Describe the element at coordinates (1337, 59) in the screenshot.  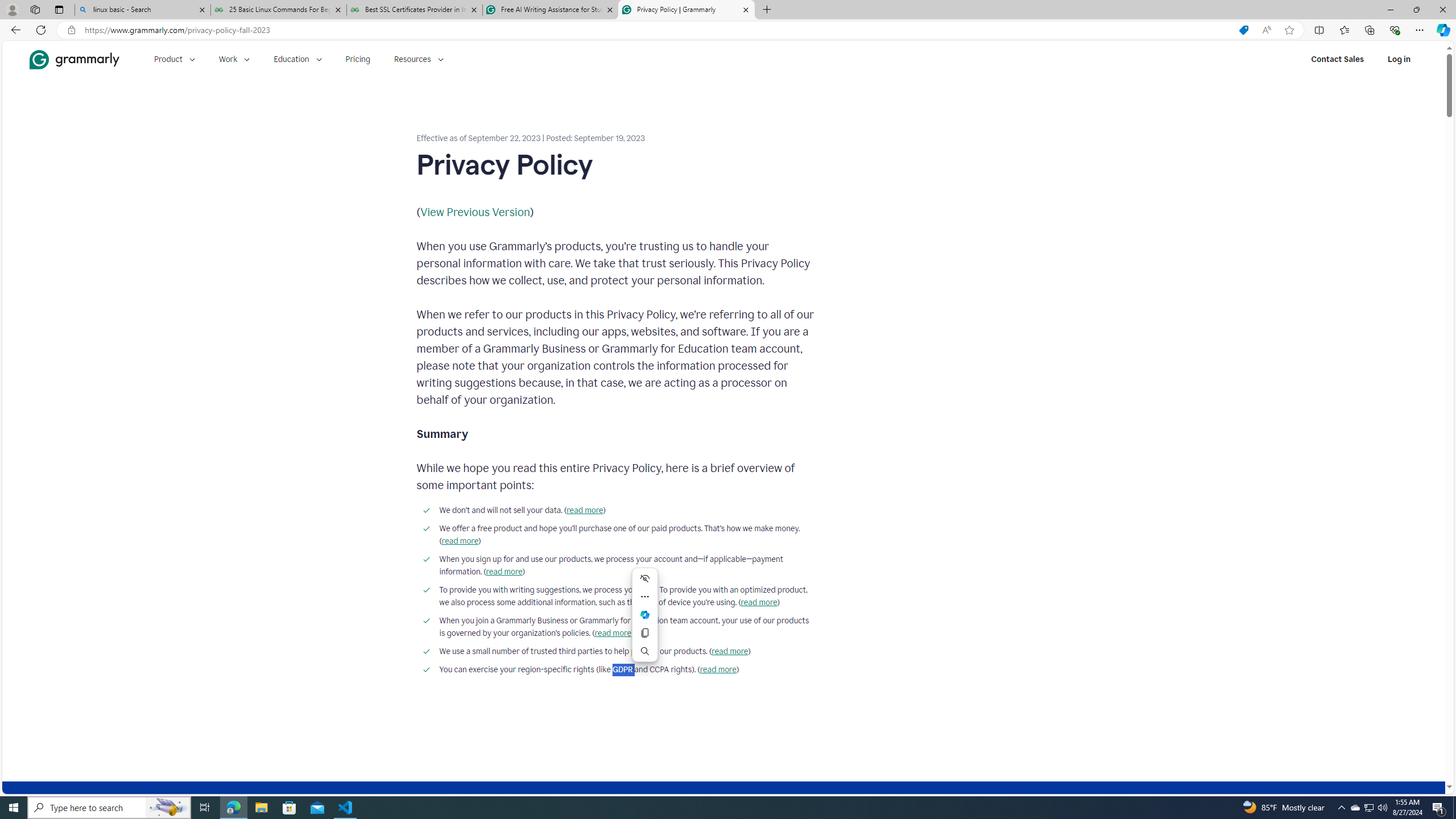
I see `'Contact Sales'` at that location.